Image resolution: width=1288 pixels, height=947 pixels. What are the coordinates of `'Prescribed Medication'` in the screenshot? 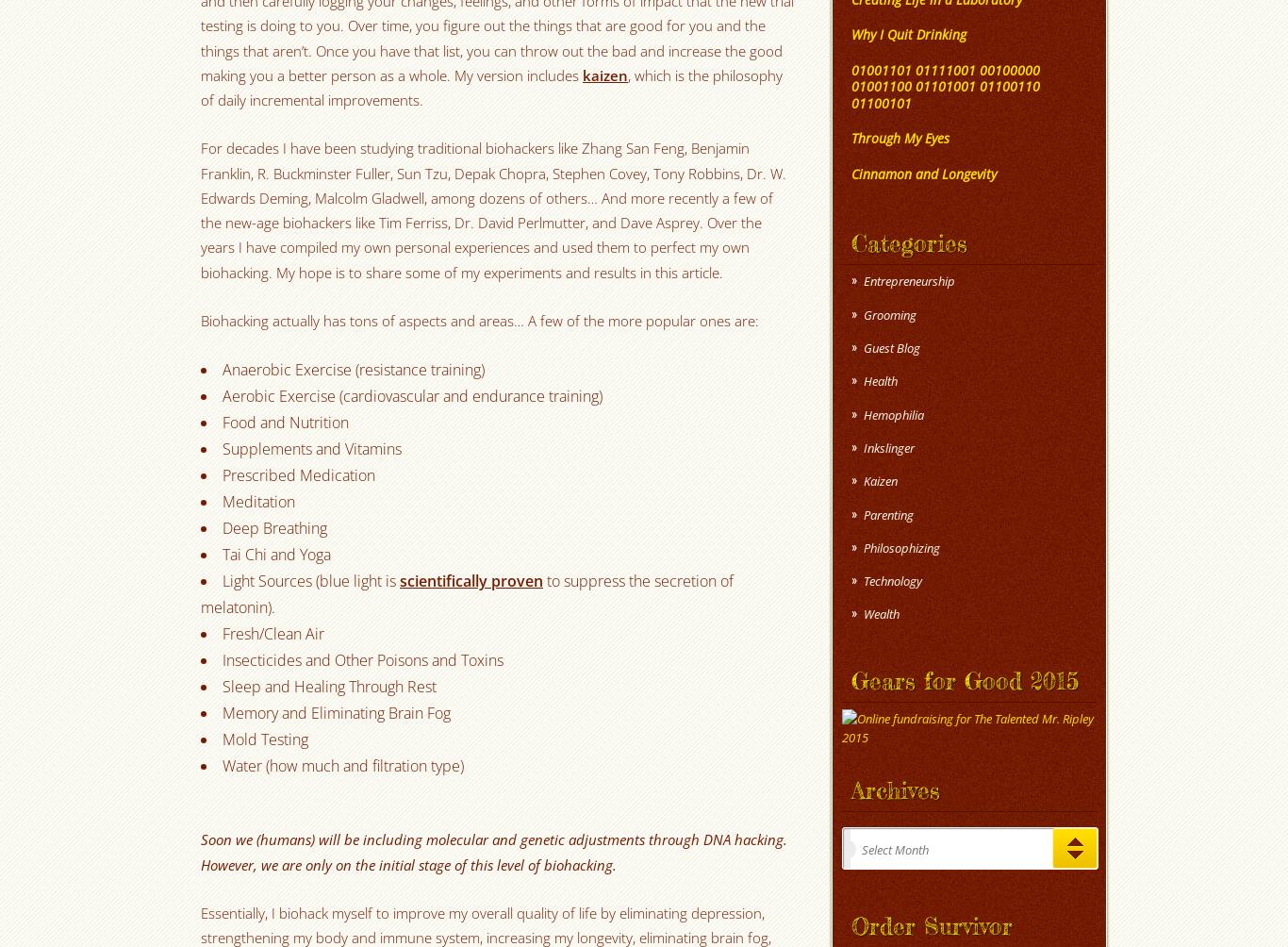 It's located at (223, 475).